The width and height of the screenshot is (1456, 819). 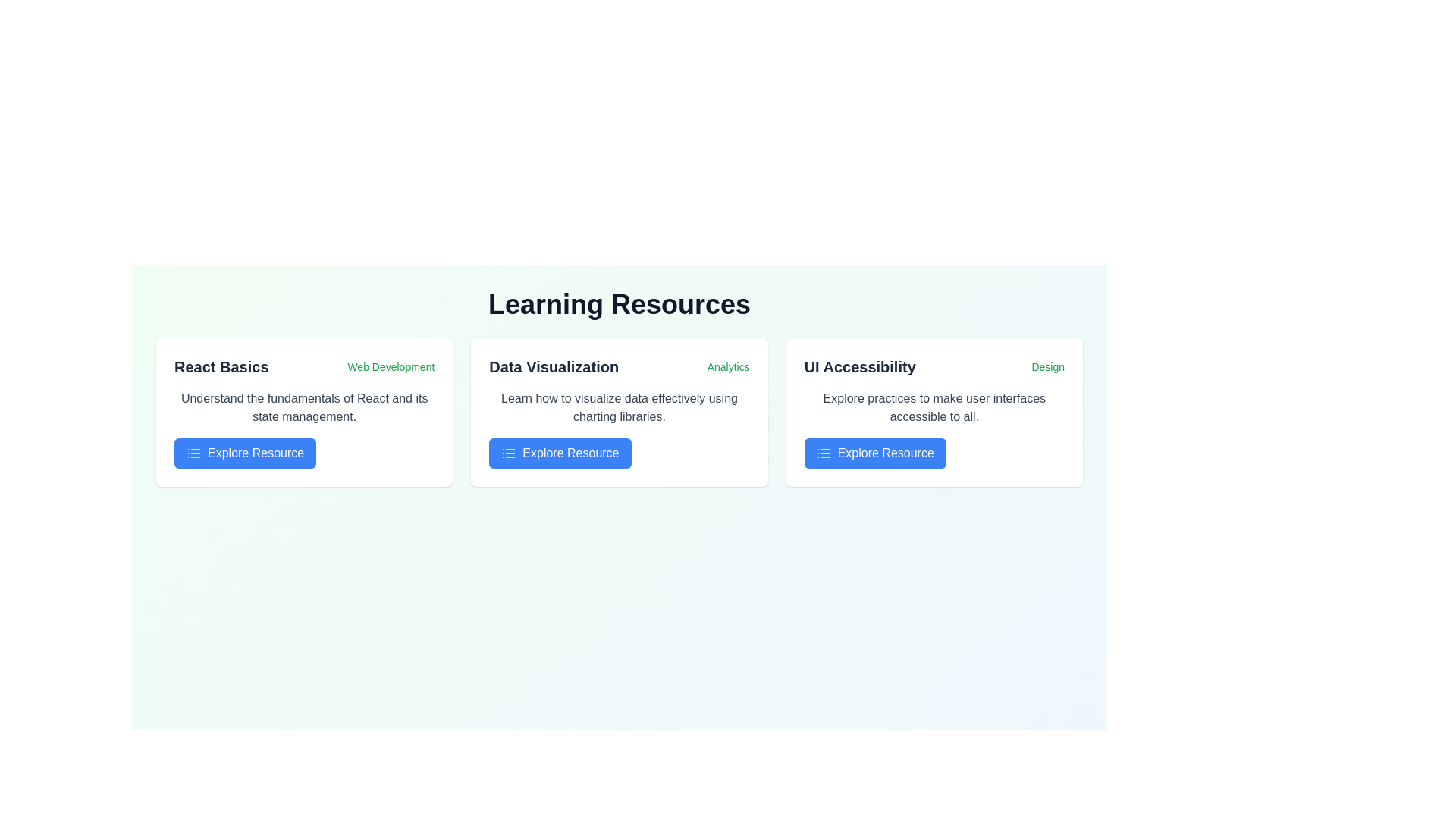 I want to click on the icon representing the concept of exploring or listing resources, which is located on the leftmost part of the 'Explore Resource' button within the 'Data Visualization' card, so click(x=509, y=452).